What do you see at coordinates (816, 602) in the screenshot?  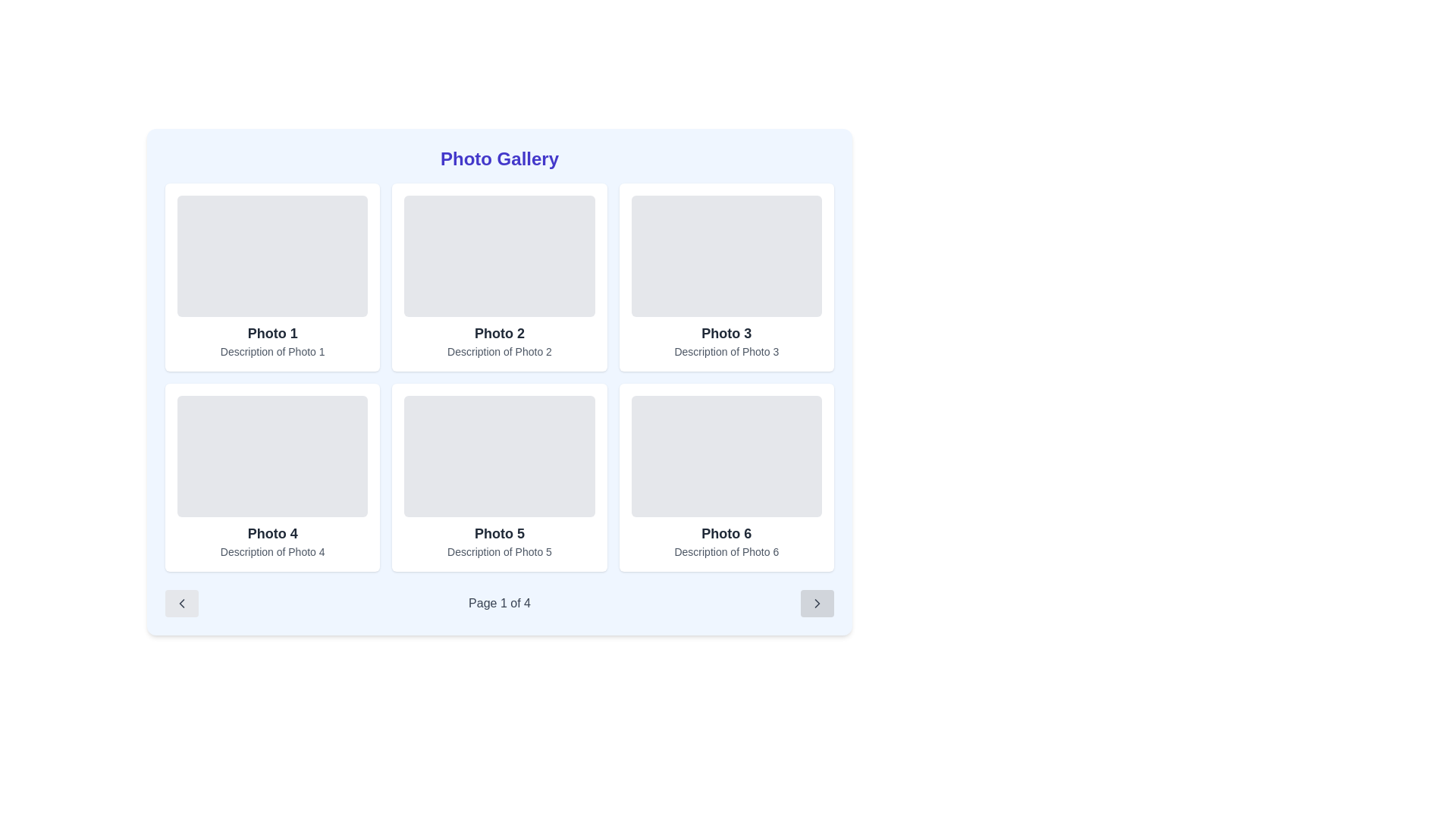 I see `the rightward-pointing chevron icon located at the center of the rightmost button in the bottom navigation bar` at bounding box center [816, 602].